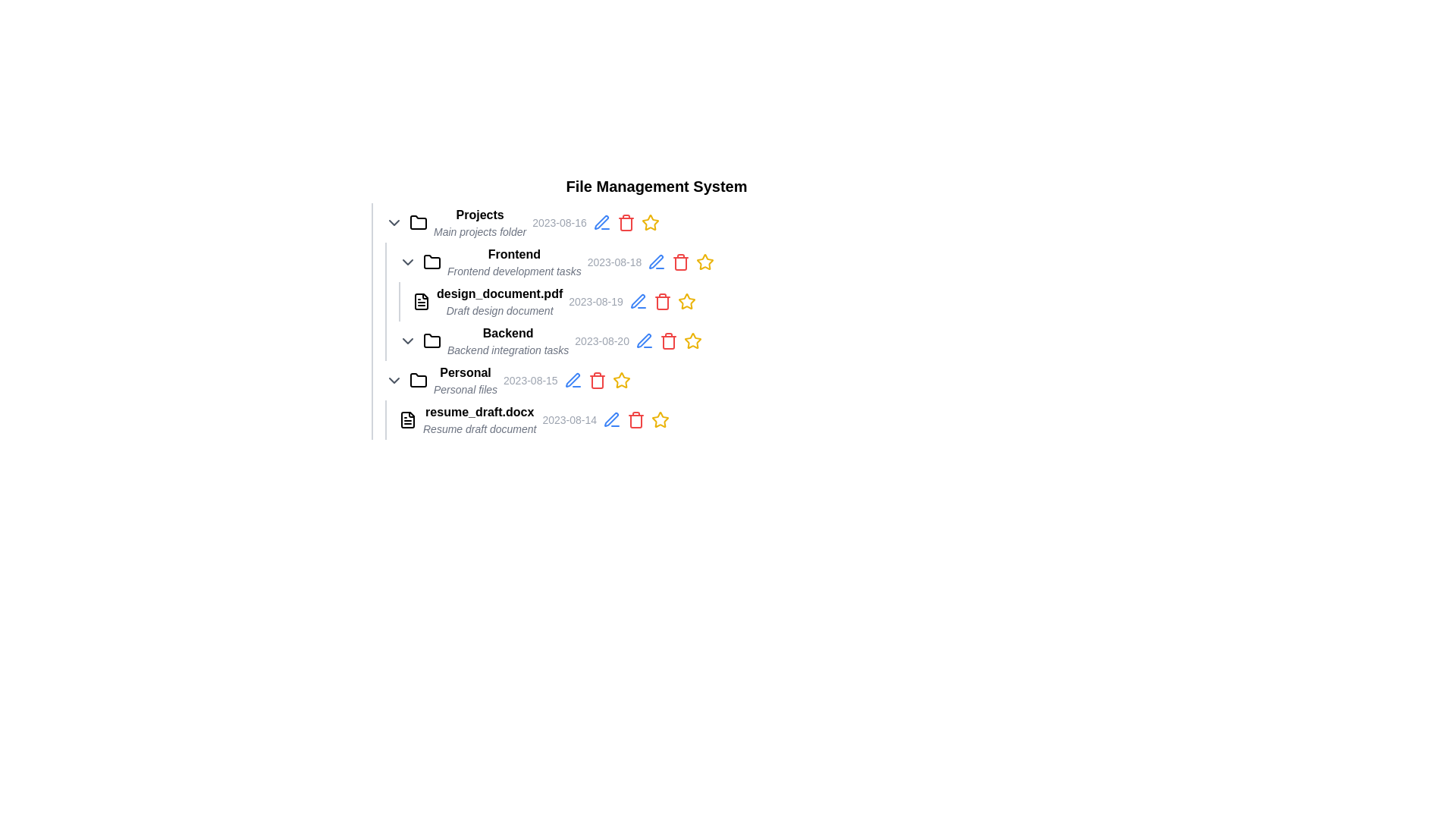  Describe the element at coordinates (407, 262) in the screenshot. I see `the downward-facing chevron icon button indicating a collapsible section next to the 'Frontend' row` at that location.